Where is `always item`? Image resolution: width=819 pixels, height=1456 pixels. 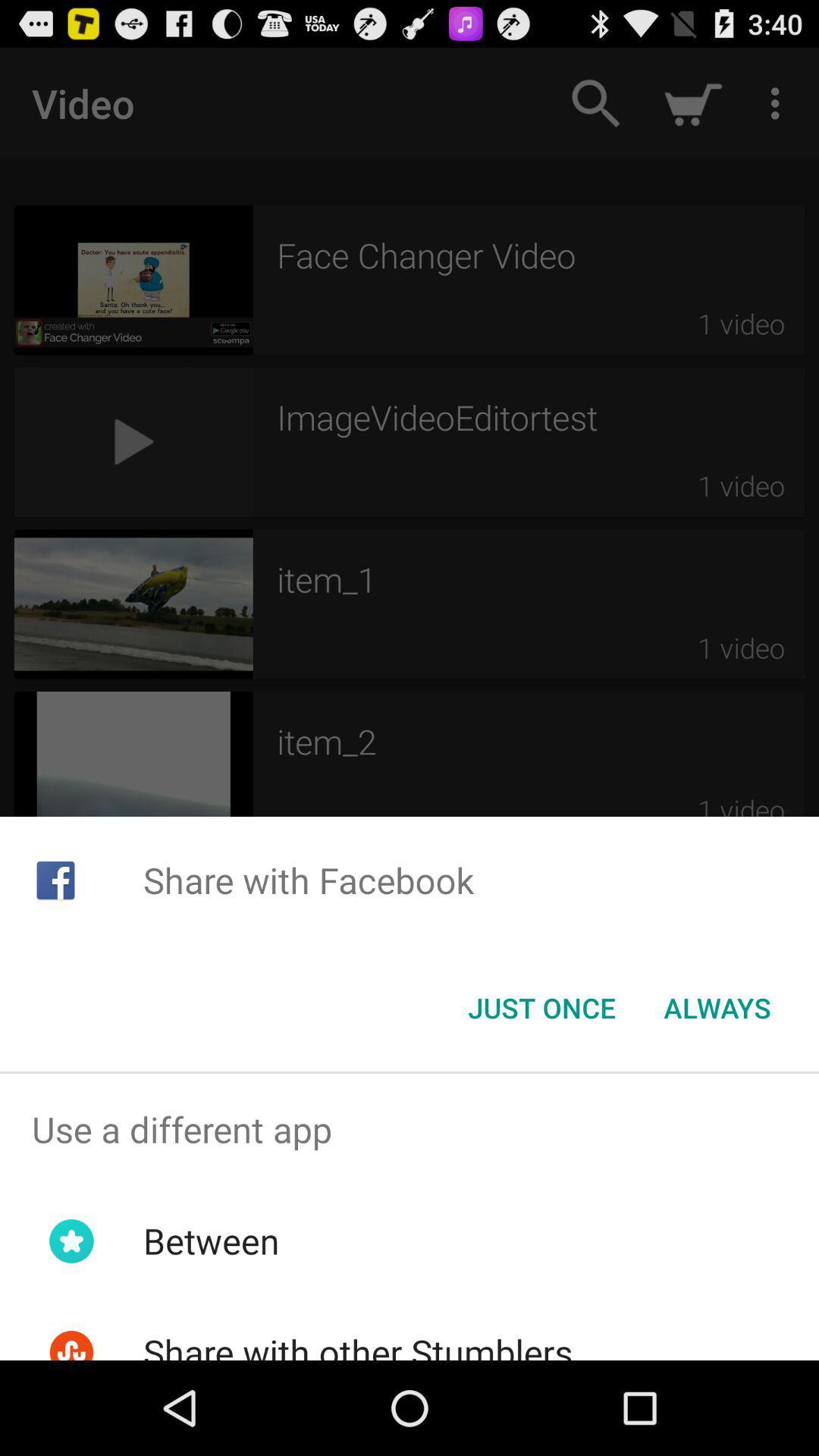 always item is located at coordinates (717, 1008).